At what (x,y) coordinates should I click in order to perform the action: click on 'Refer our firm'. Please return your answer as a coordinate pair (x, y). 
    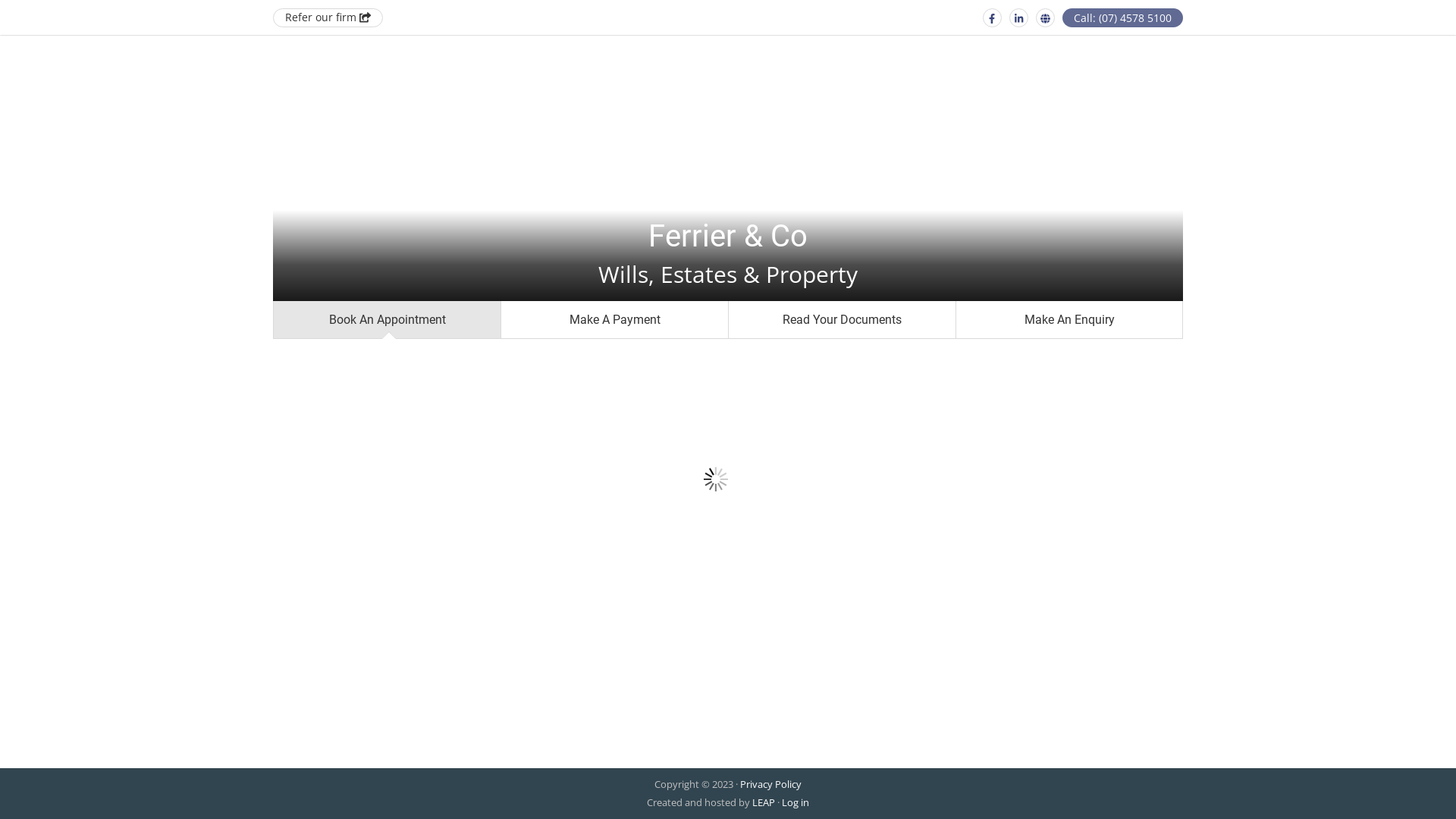
    Looking at the image, I should click on (327, 17).